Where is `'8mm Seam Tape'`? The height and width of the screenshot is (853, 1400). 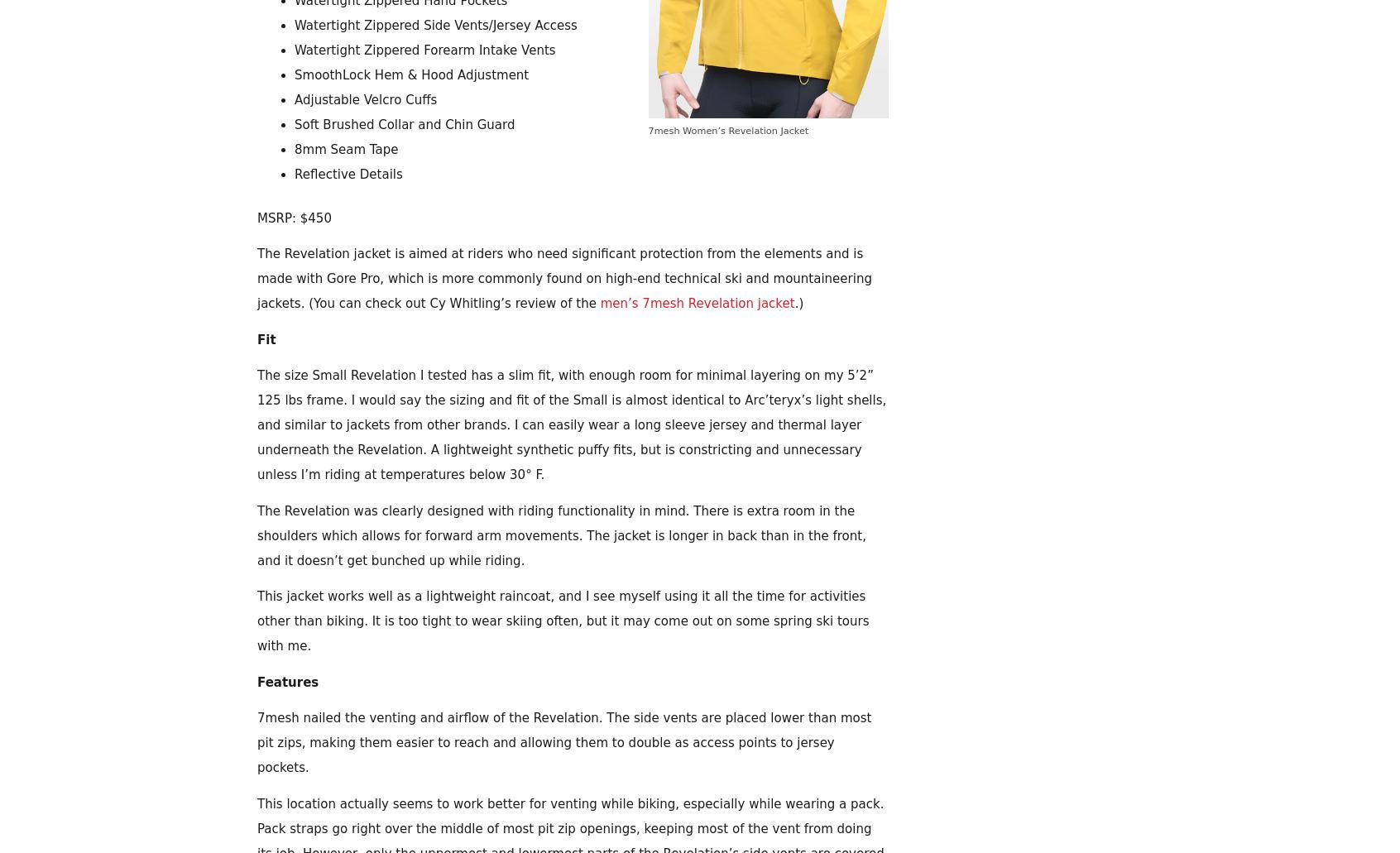 '8mm Seam Tape' is located at coordinates (346, 149).